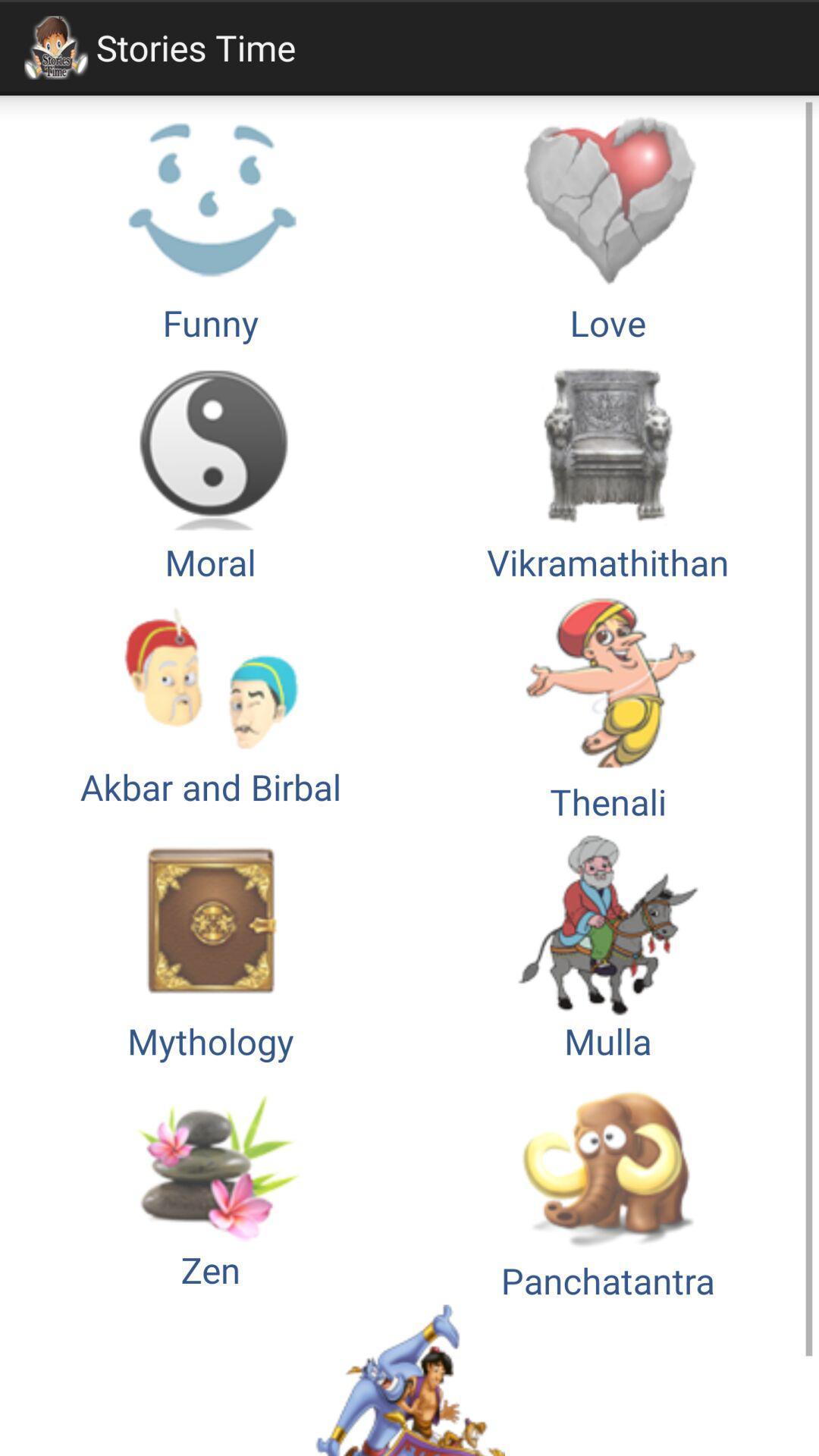  What do you see at coordinates (210, 226) in the screenshot?
I see `button above the moral icon` at bounding box center [210, 226].